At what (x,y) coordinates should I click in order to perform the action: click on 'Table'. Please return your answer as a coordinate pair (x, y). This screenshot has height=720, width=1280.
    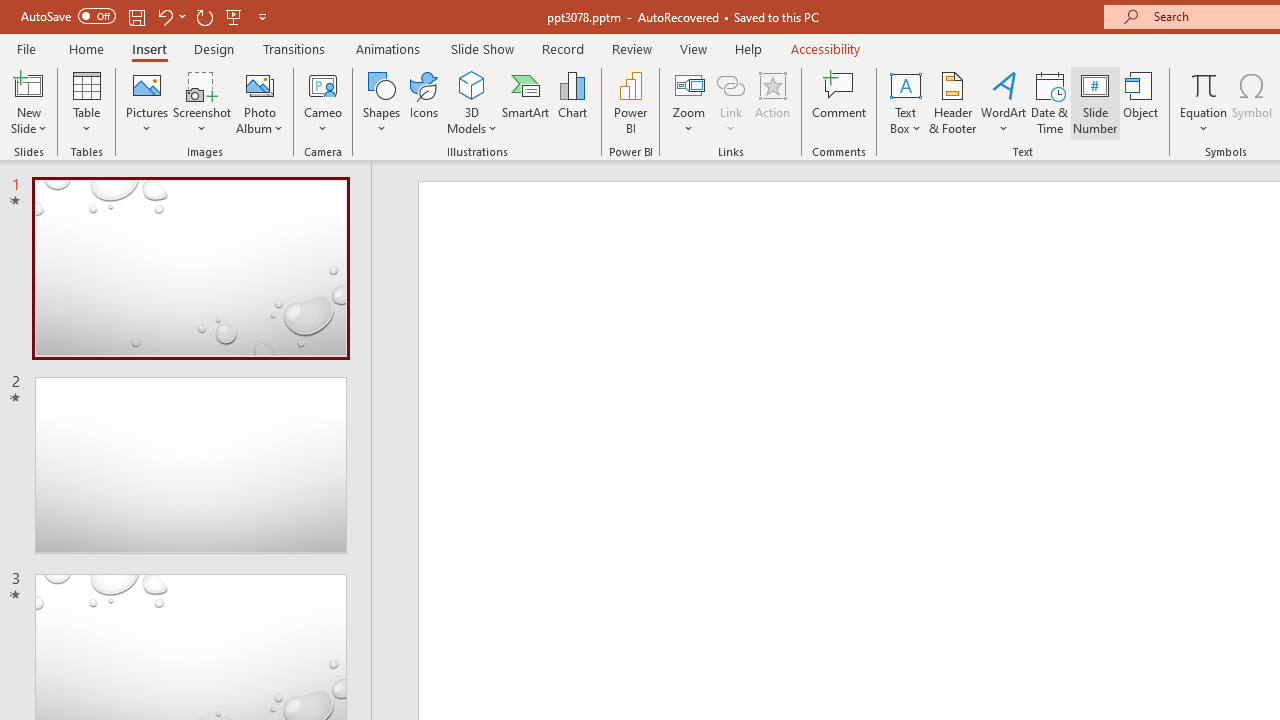
    Looking at the image, I should click on (86, 103).